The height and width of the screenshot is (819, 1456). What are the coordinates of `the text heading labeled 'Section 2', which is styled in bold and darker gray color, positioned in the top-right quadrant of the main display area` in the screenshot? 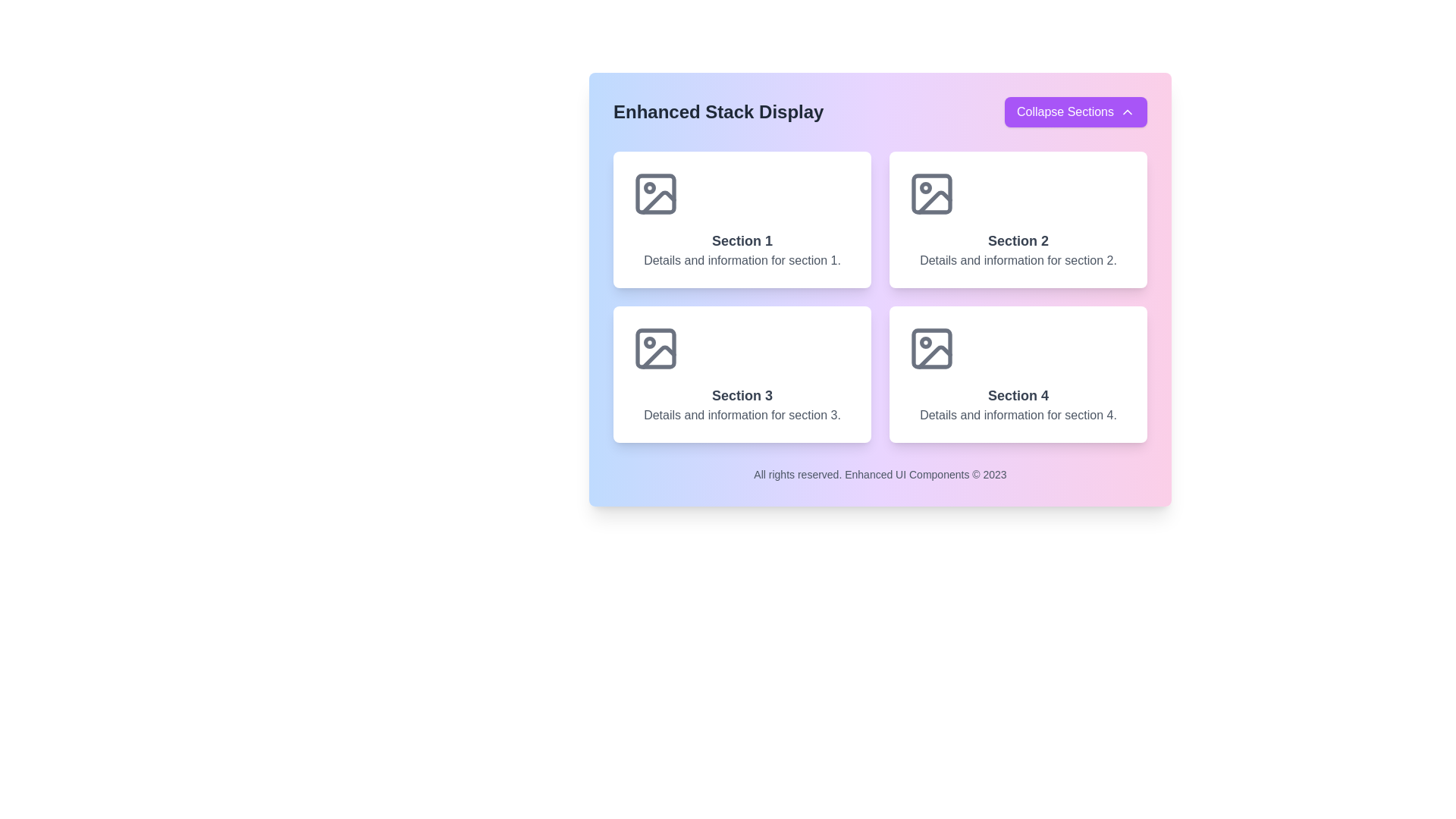 It's located at (1018, 240).